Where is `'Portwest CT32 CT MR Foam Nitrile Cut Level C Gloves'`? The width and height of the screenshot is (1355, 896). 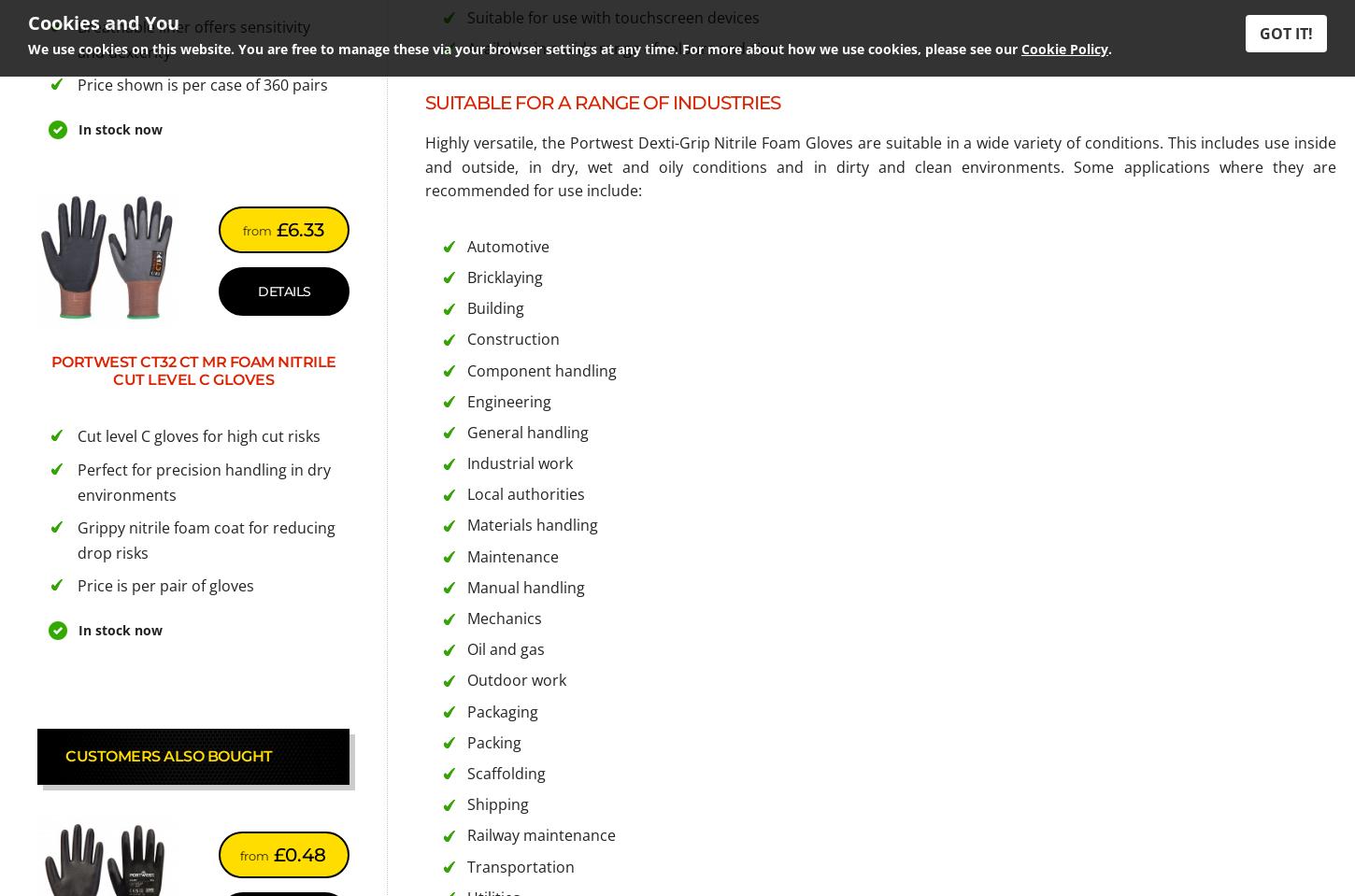
'Portwest CT32 CT MR Foam Nitrile Cut Level C Gloves' is located at coordinates (50, 371).